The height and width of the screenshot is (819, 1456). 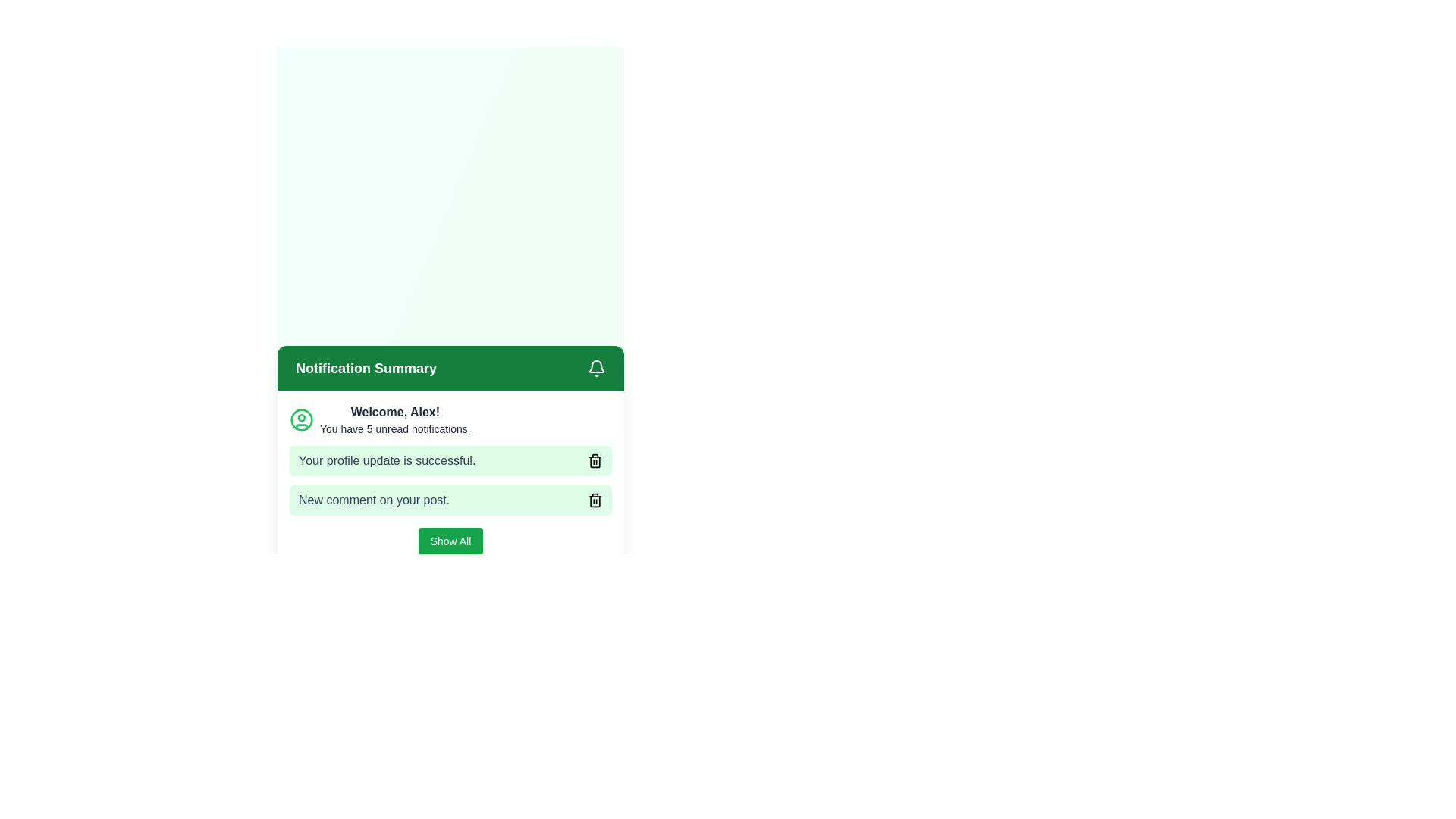 I want to click on the circular outline SVG element next to the text 'Welcome, Alex!' in the notification section, so click(x=302, y=420).